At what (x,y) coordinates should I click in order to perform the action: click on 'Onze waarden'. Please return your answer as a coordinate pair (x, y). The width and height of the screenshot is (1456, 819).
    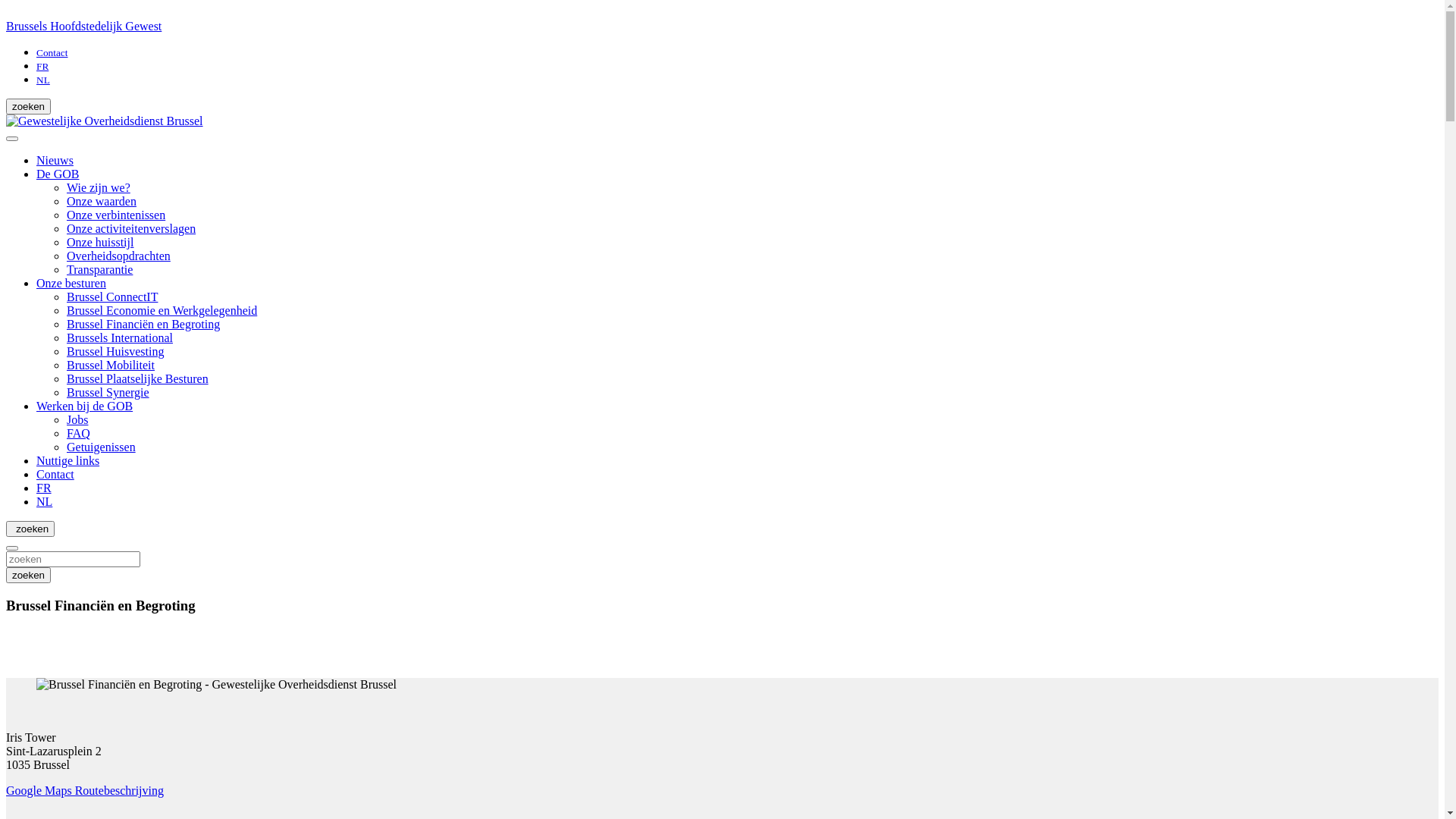
    Looking at the image, I should click on (101, 200).